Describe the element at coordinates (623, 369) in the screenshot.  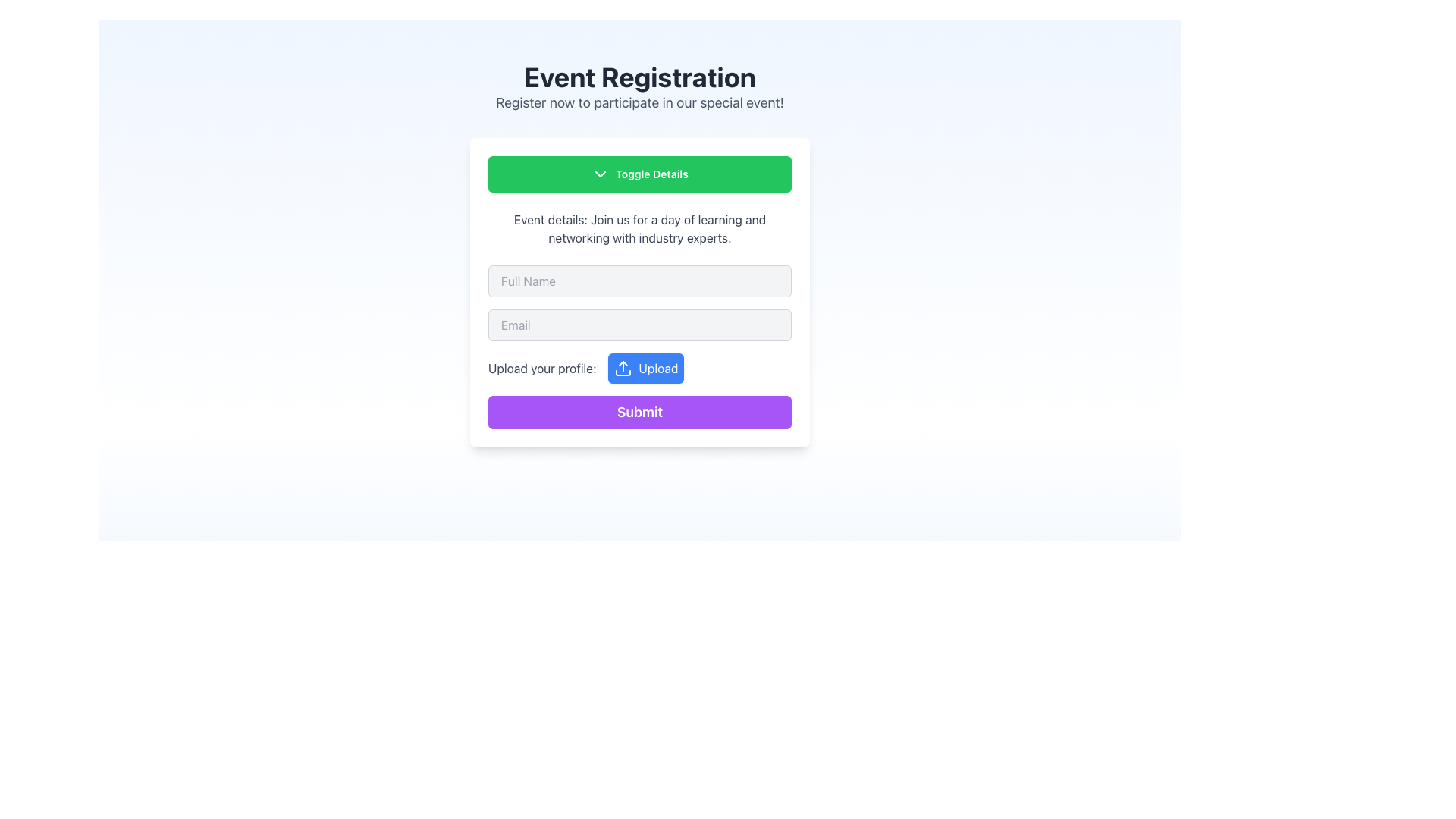
I see `the 'Upload' button which contains a minimalistic upload icon with an upward-pointing arrow, located in the center of the form interface beneath the 'Email' text field` at that location.